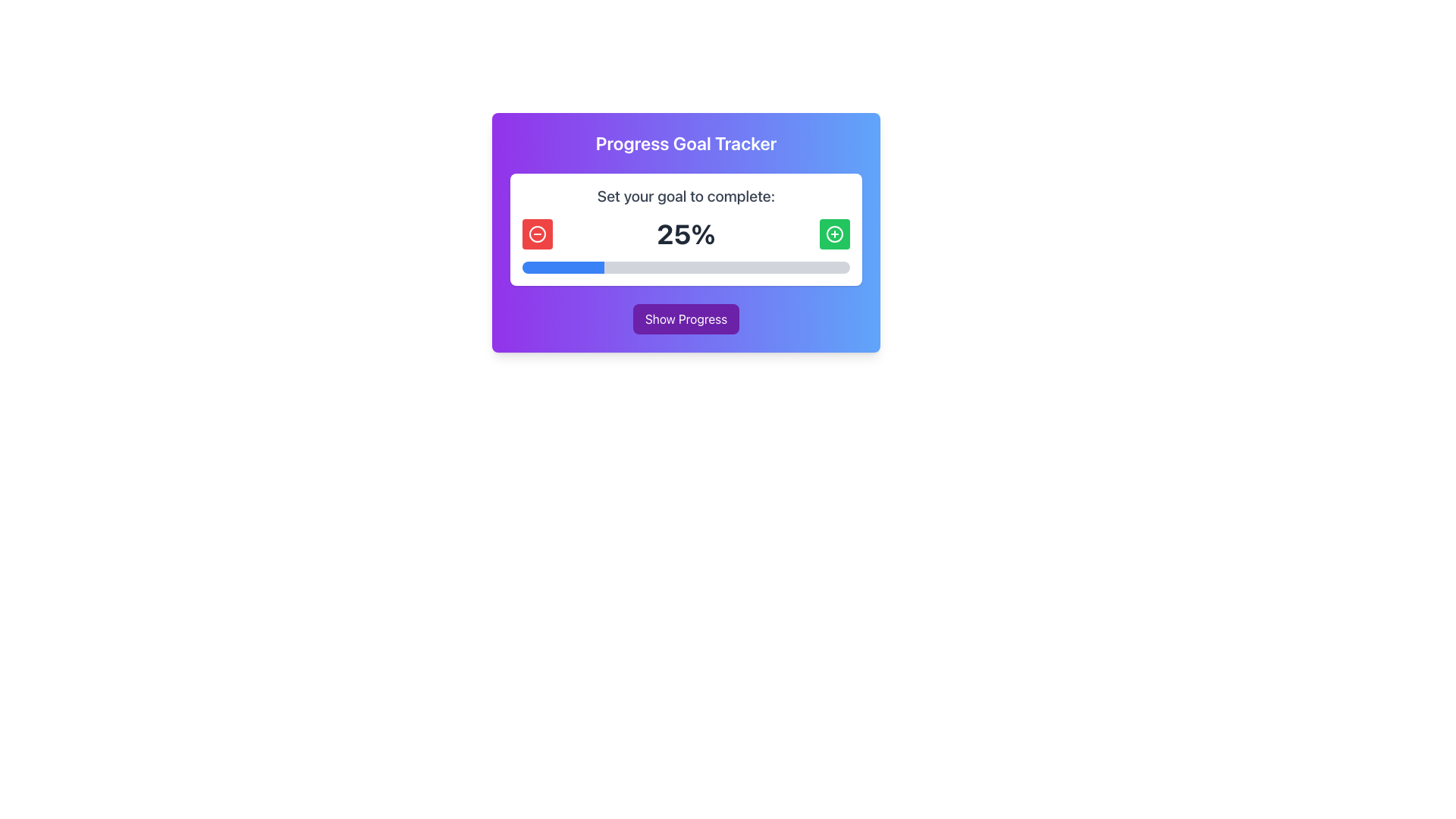  What do you see at coordinates (686, 318) in the screenshot?
I see `the button located at the bottom of the modal card with a gradient purple-blue background` at bounding box center [686, 318].